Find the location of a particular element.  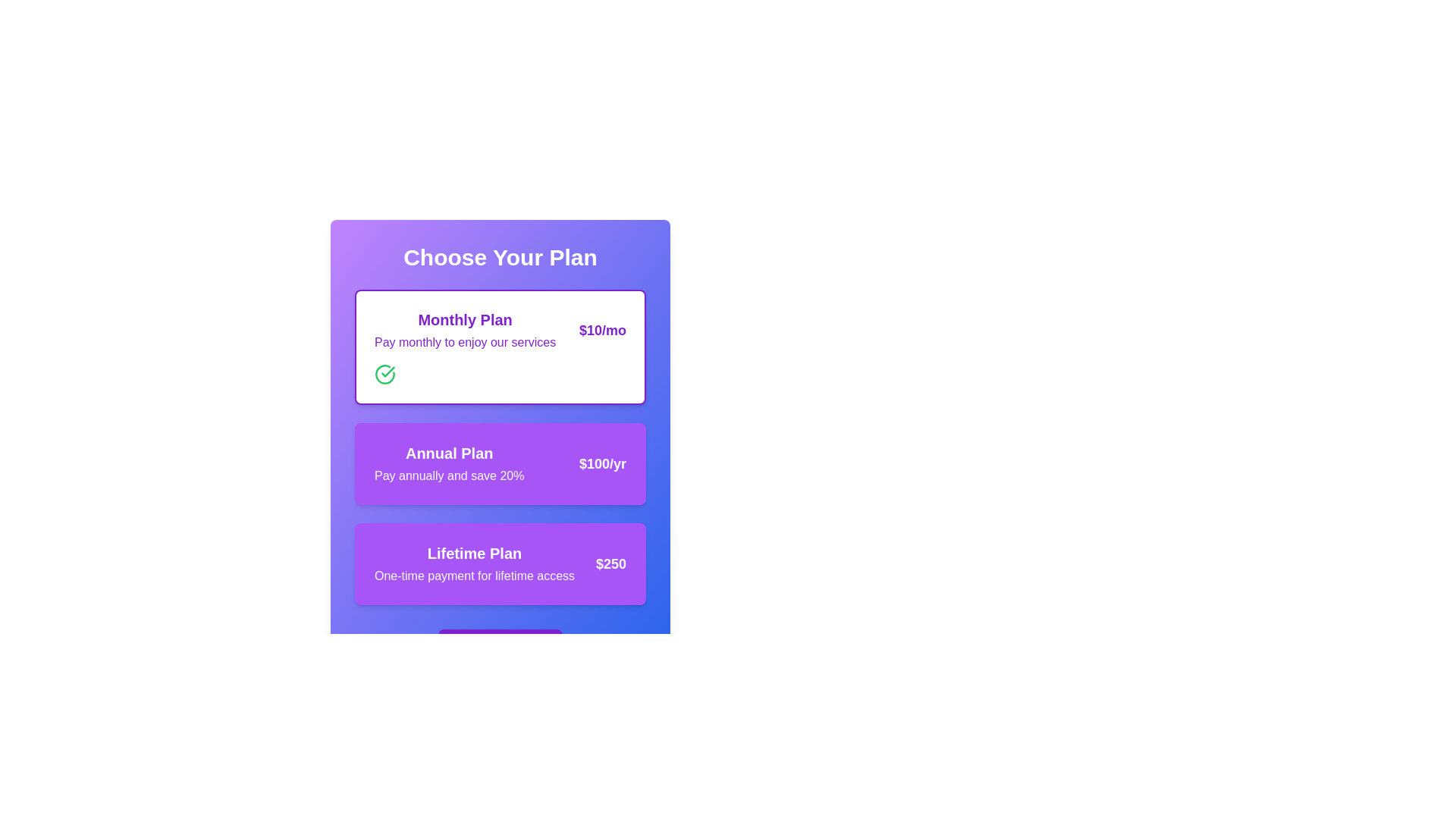

the 'Subscribe Now' button, which is a prominent rectangular button with a gradient background, located at the bottom of the 'Choose Your Plan' card is located at coordinates (500, 644).